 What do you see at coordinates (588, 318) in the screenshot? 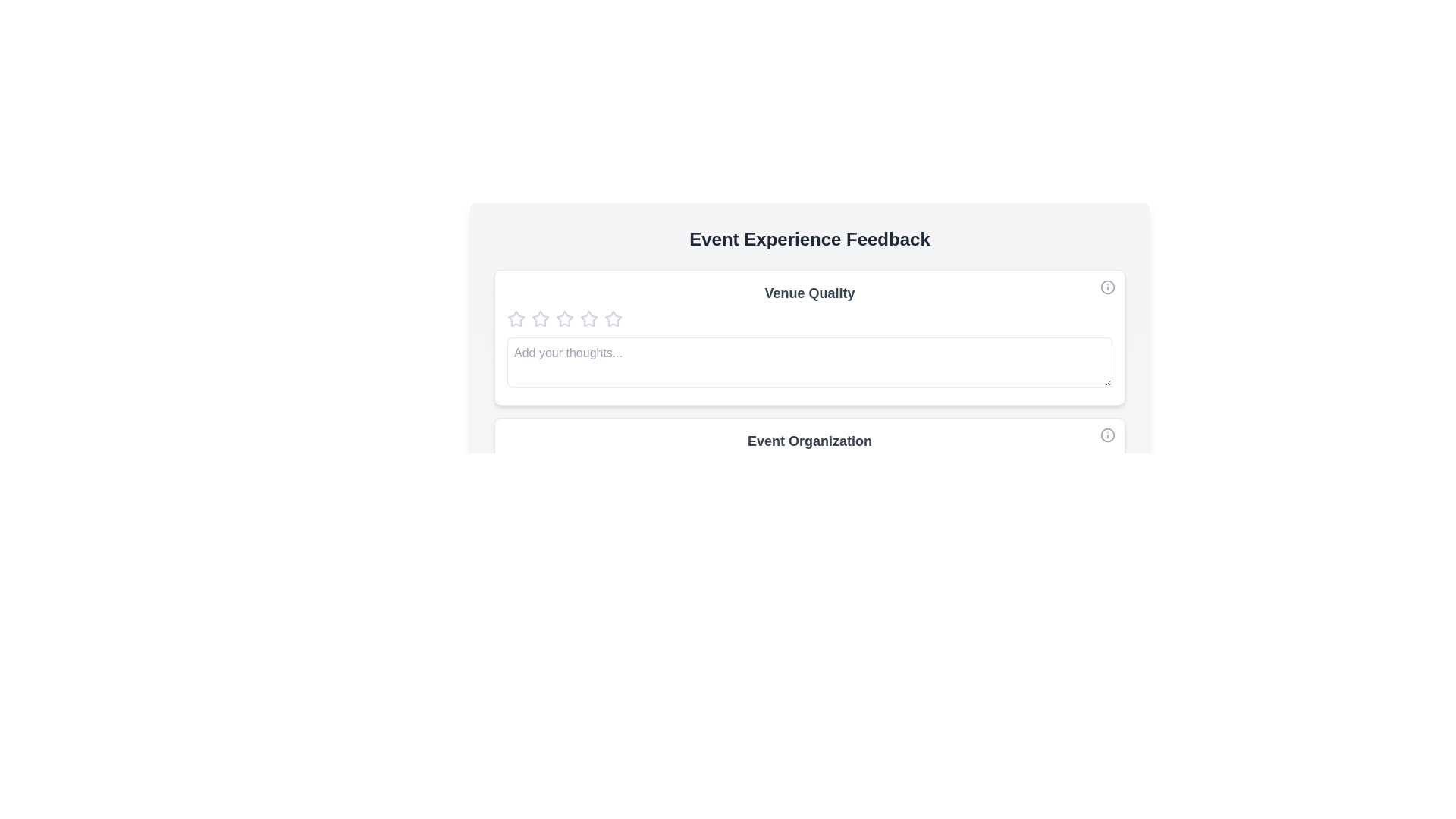
I see `the fourth star icon` at bounding box center [588, 318].